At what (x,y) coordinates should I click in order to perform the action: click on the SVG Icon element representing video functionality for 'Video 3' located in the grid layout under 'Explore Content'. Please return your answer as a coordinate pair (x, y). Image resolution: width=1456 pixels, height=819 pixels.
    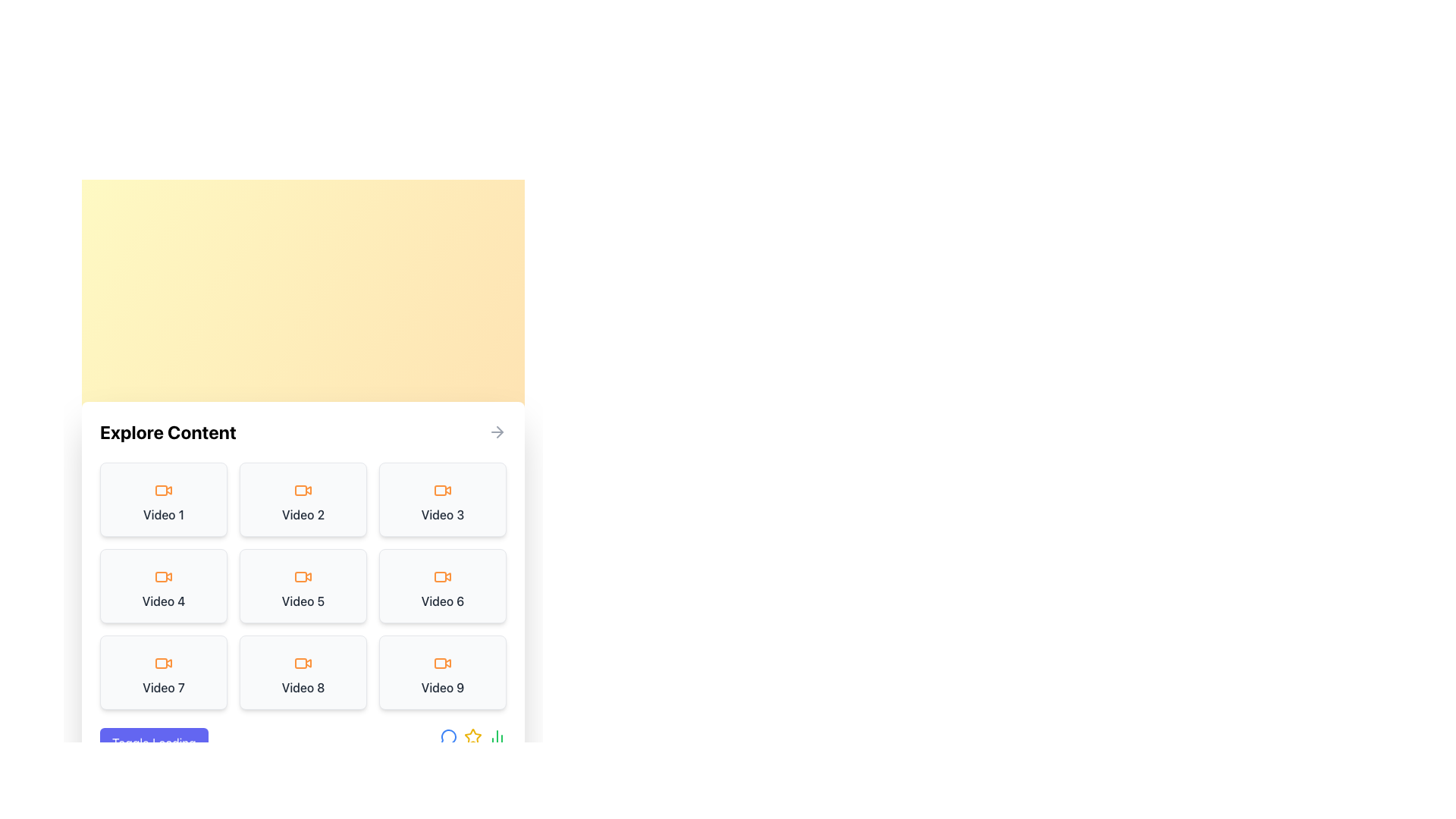
    Looking at the image, I should click on (439, 491).